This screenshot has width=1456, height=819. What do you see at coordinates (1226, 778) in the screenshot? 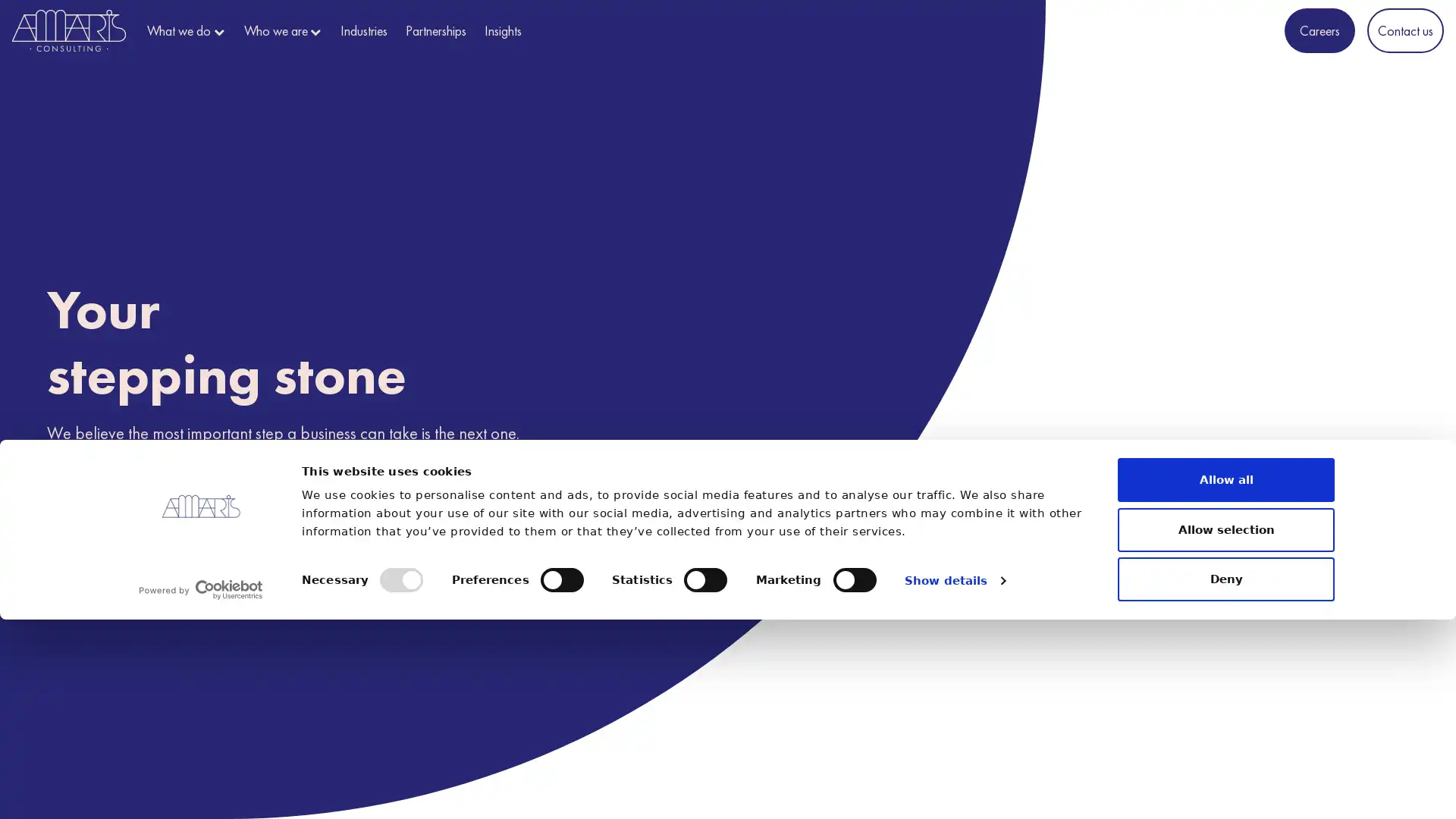
I see `Deny` at bounding box center [1226, 778].